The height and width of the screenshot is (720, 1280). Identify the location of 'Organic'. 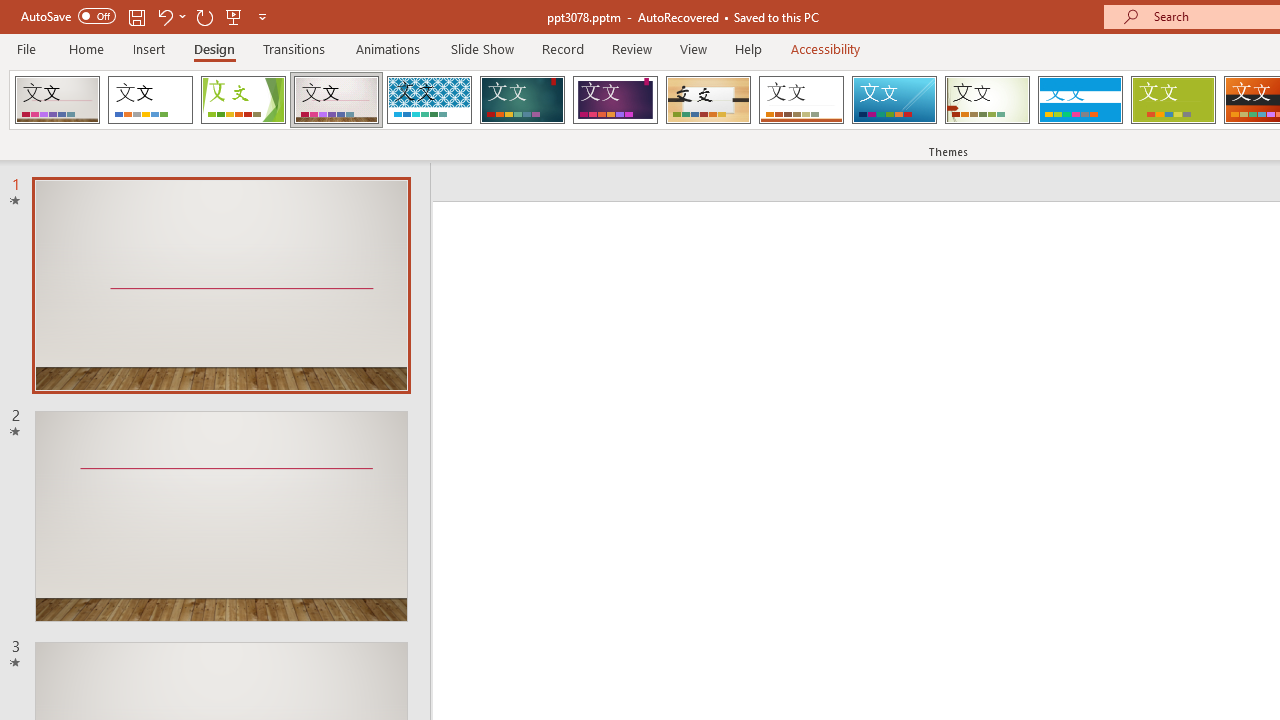
(708, 100).